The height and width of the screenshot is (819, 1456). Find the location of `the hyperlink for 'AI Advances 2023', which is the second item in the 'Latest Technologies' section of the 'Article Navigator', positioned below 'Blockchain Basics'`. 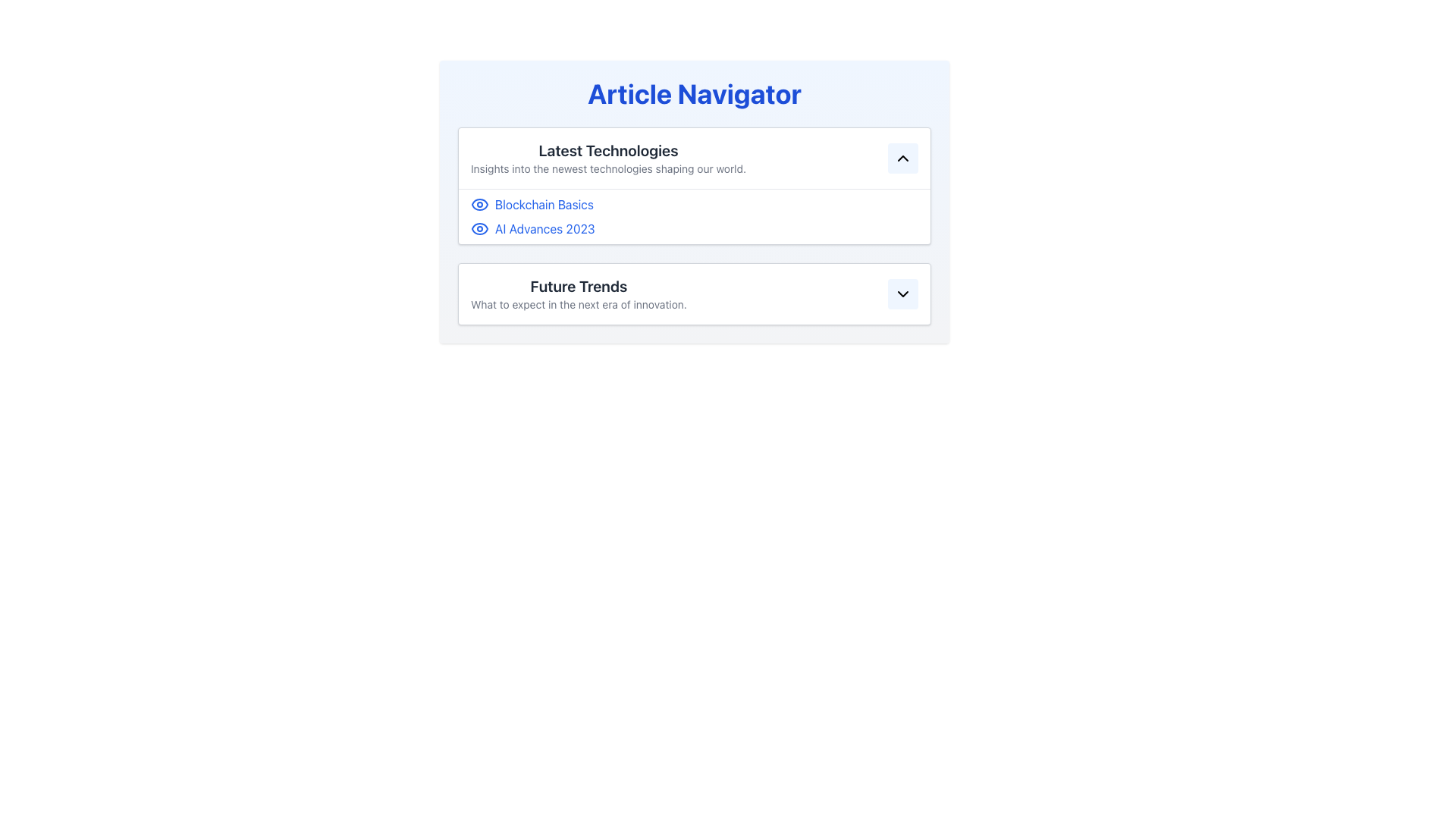

the hyperlink for 'AI Advances 2023', which is the second item in the 'Latest Technologies' section of the 'Article Navigator', positioned below 'Blockchain Basics' is located at coordinates (694, 228).